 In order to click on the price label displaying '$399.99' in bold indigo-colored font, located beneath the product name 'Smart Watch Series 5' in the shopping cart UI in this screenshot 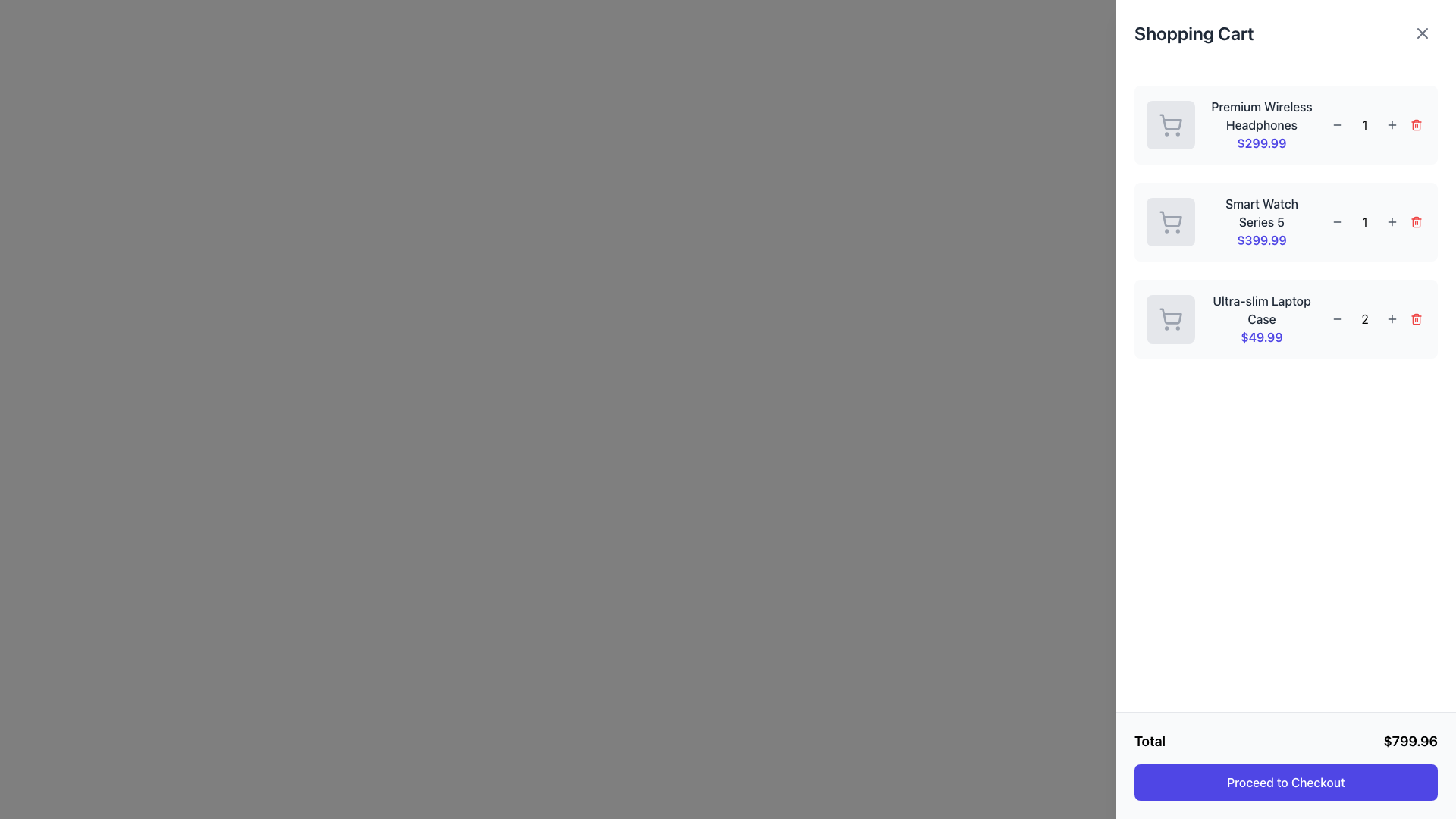, I will do `click(1262, 239)`.